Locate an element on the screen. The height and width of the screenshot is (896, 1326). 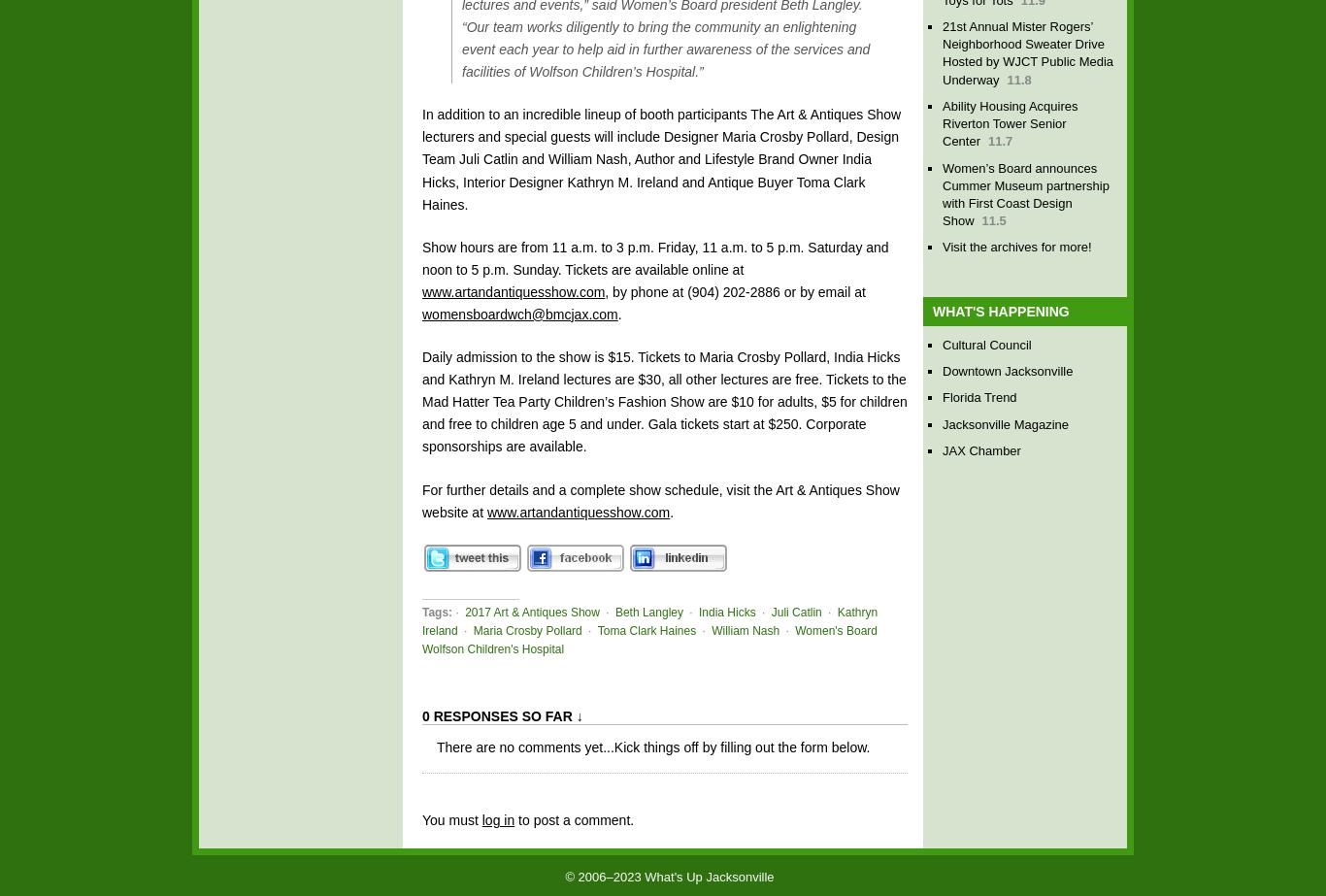
'India Hicks' is located at coordinates (726, 611).